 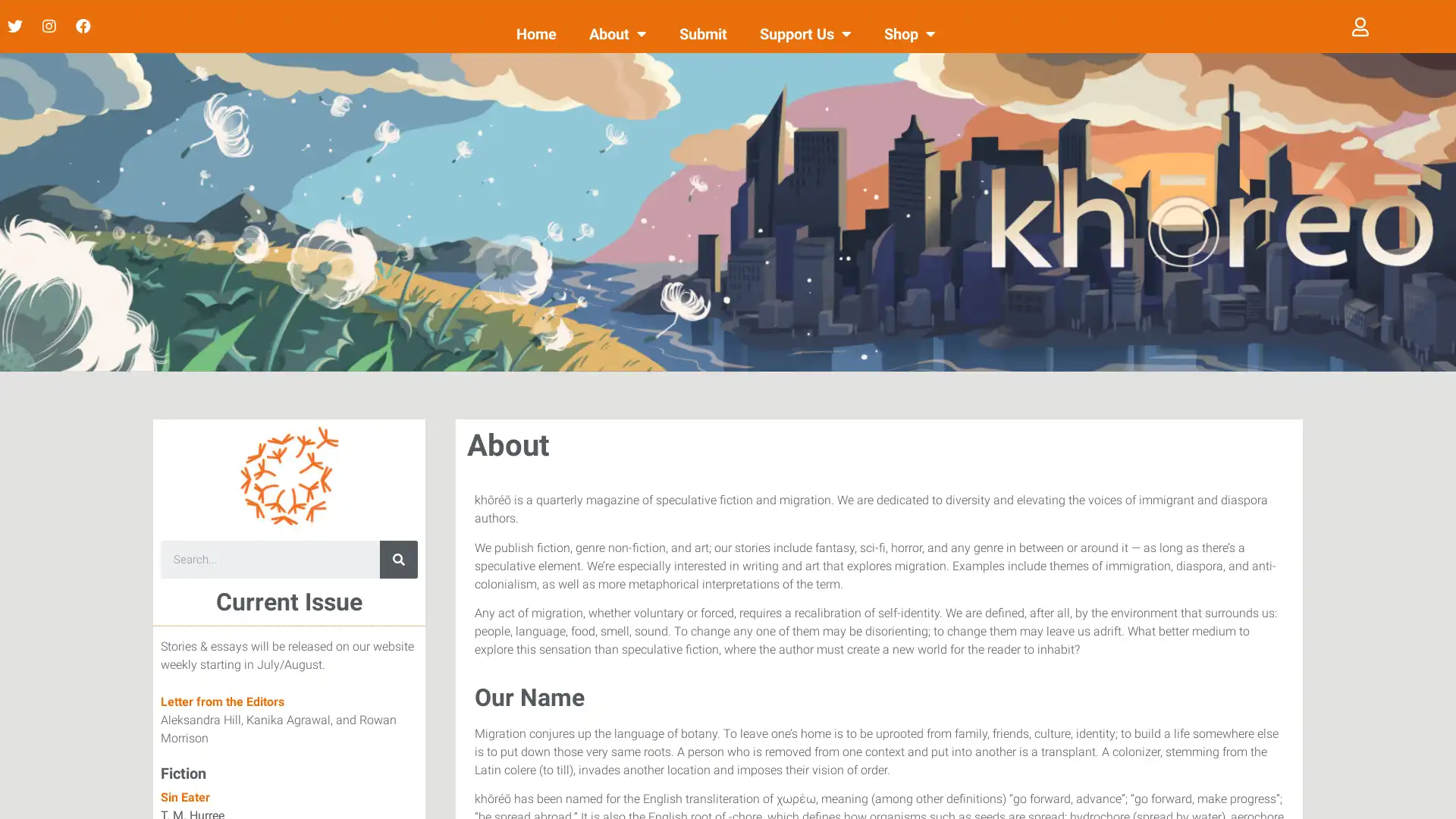 I want to click on Search, so click(x=399, y=559).